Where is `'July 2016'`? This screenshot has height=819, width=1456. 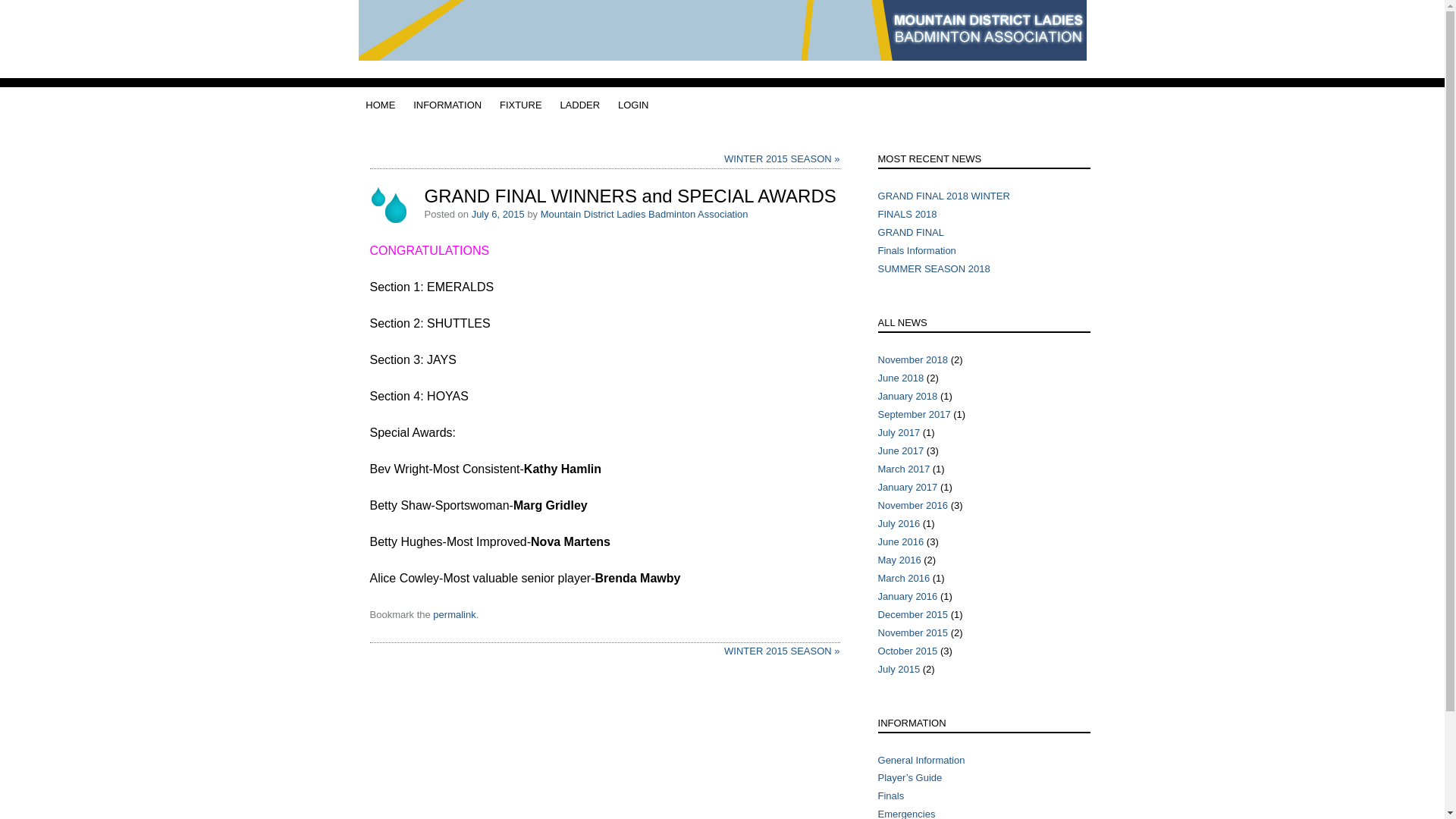
'July 2016' is located at coordinates (877, 522).